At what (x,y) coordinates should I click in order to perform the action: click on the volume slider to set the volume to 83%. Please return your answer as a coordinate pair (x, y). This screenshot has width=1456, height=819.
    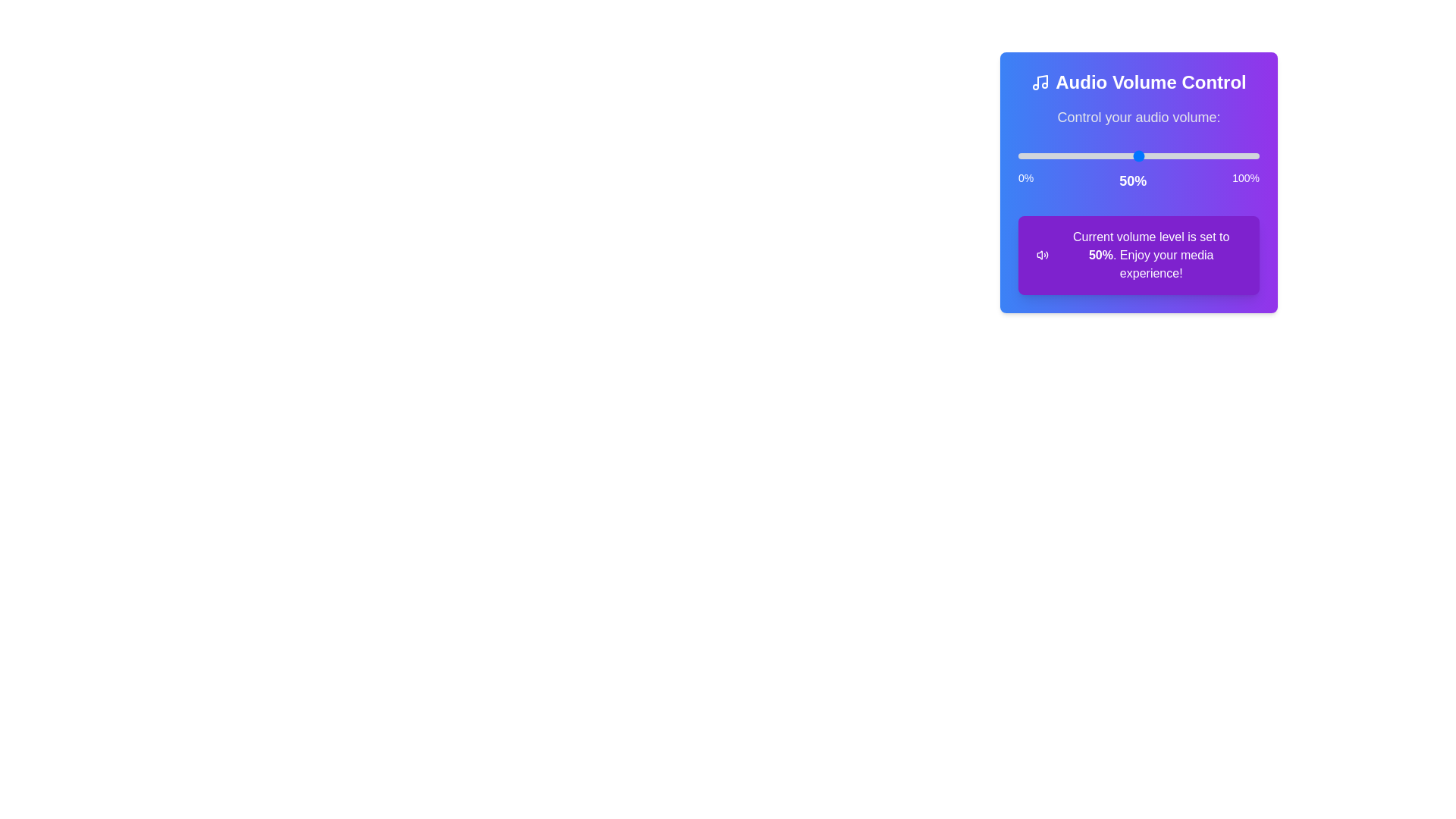
    Looking at the image, I should click on (1218, 155).